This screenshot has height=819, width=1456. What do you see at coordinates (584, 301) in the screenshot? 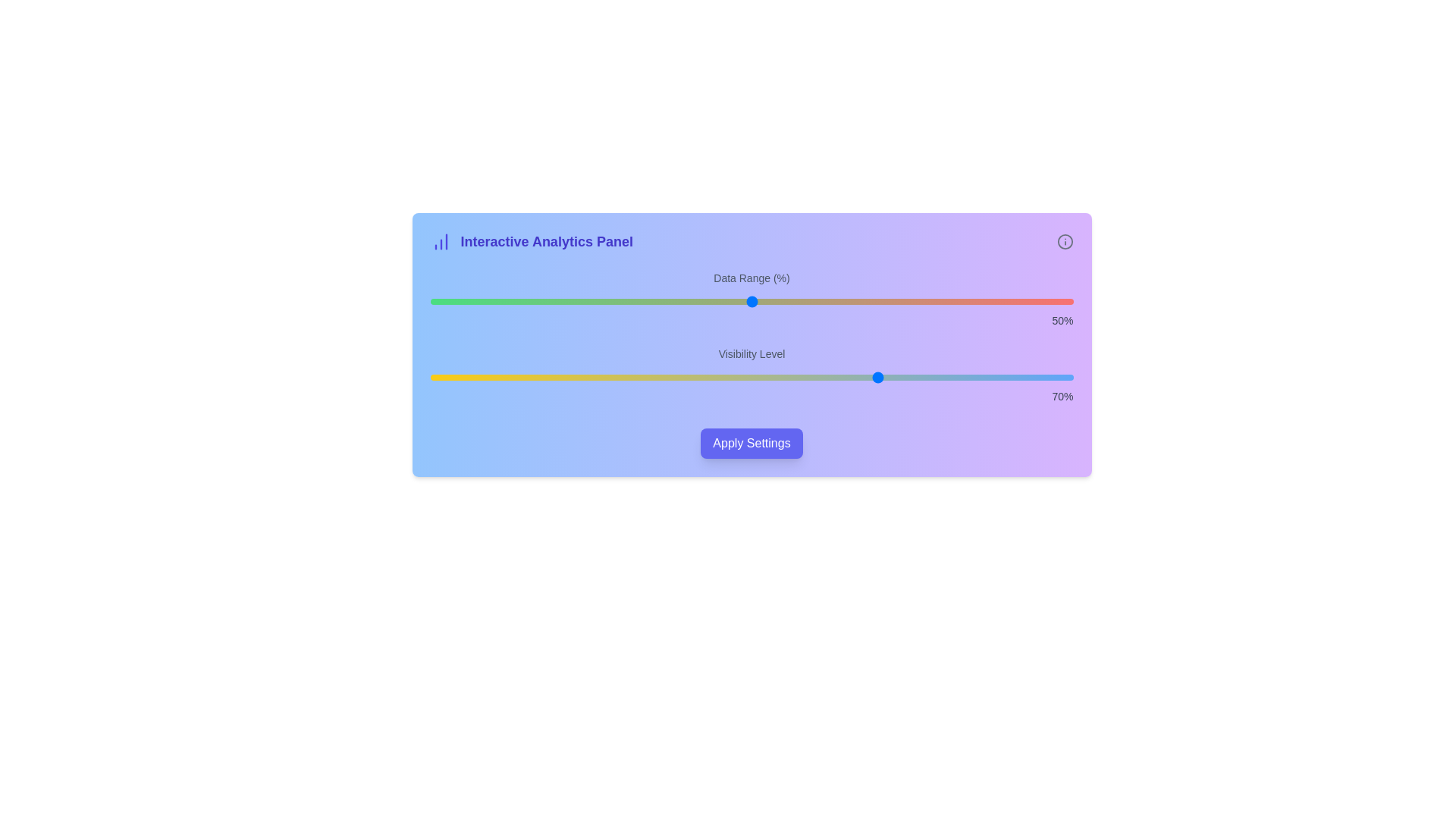
I see `the 'Data Range (%)' slider to 24% value` at bounding box center [584, 301].